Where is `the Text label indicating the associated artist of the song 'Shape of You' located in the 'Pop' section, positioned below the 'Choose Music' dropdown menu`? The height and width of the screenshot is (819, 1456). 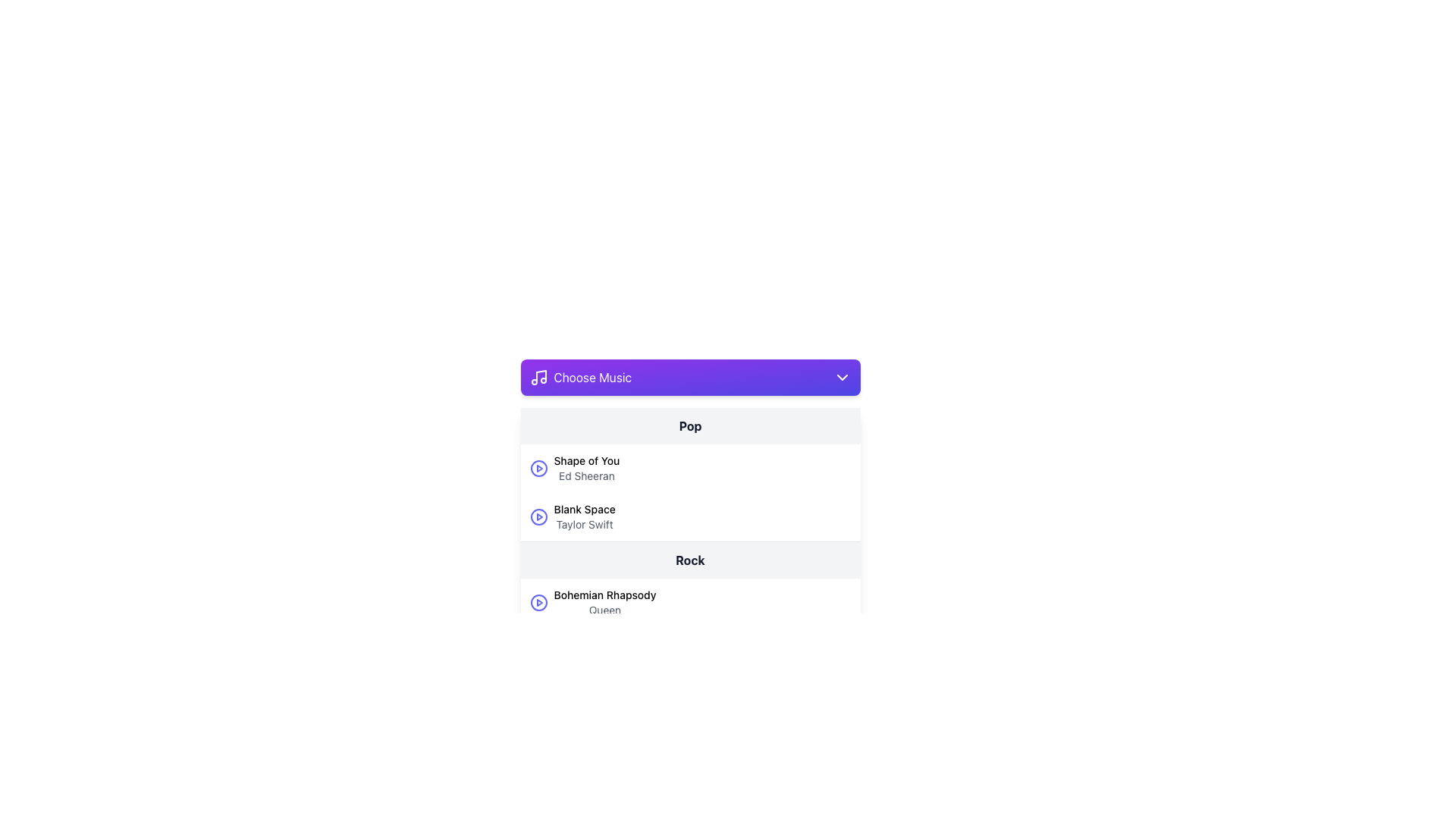
the Text label indicating the associated artist of the song 'Shape of You' located in the 'Pop' section, positioned below the 'Choose Music' dropdown menu is located at coordinates (585, 475).